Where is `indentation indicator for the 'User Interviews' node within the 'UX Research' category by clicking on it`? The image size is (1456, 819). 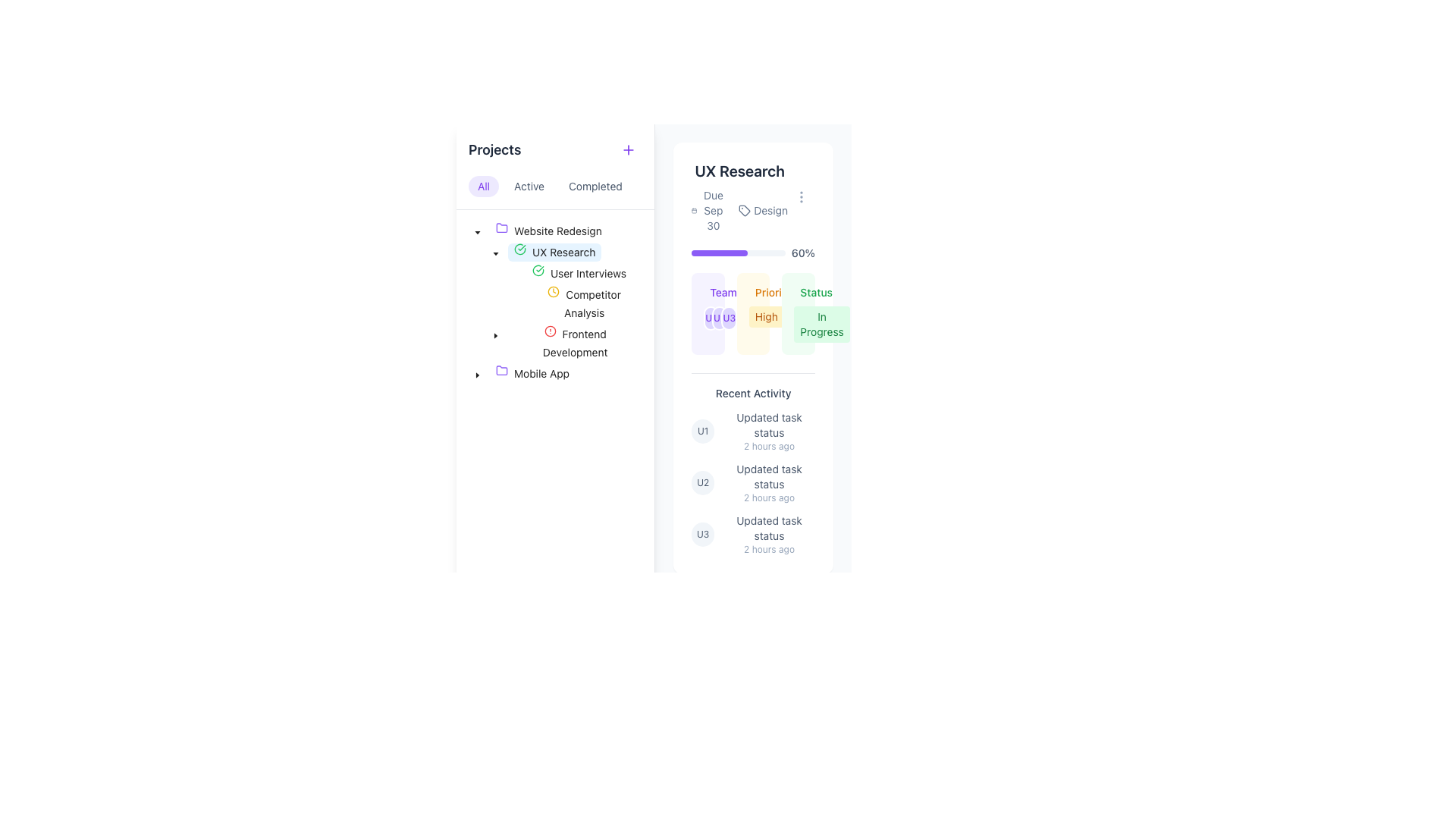 indentation indicator for the 'User Interviews' node within the 'UX Research' category by clicking on it is located at coordinates (487, 274).